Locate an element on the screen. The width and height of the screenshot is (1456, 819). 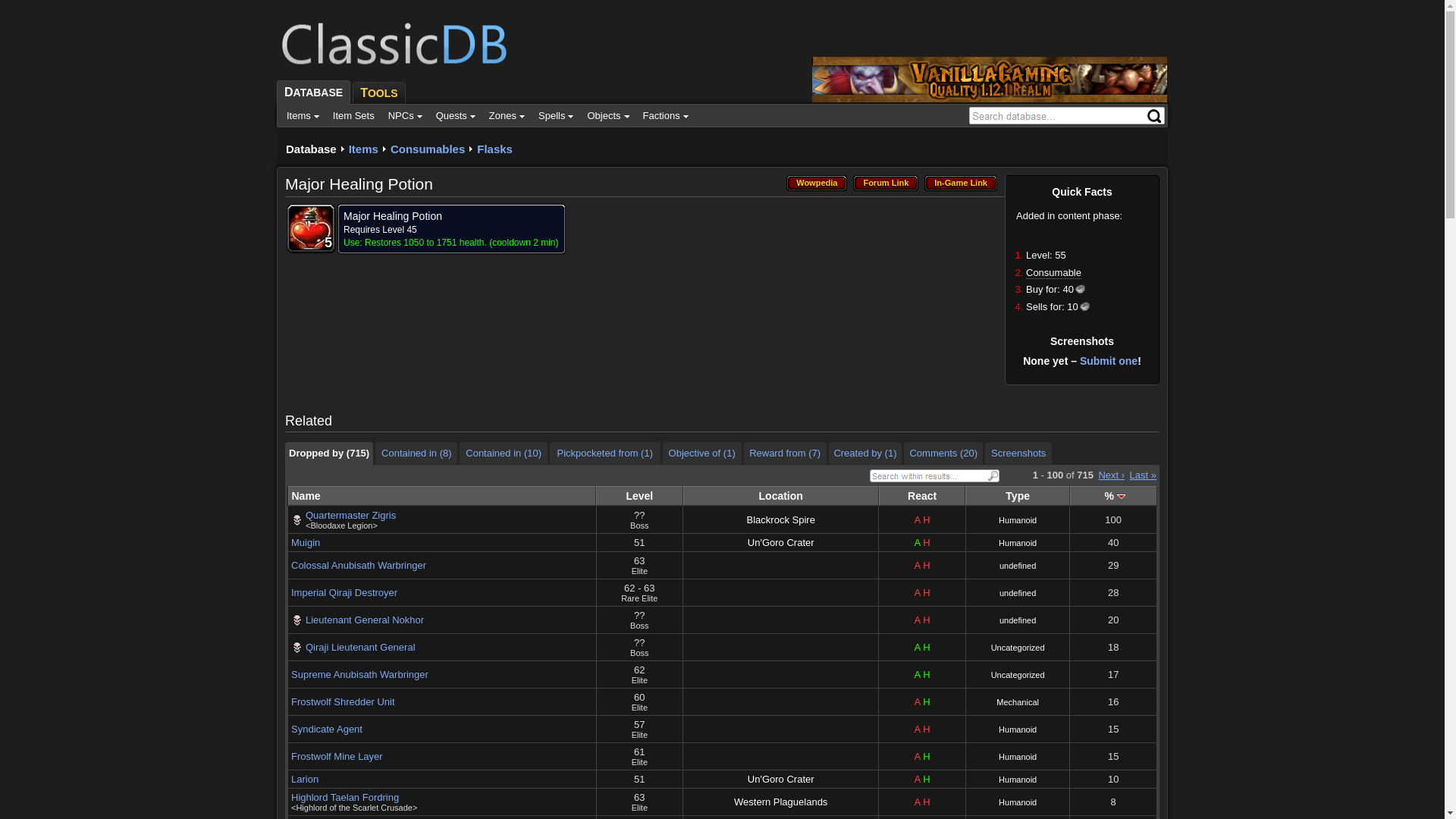
'Spells' is located at coordinates (555, 115).